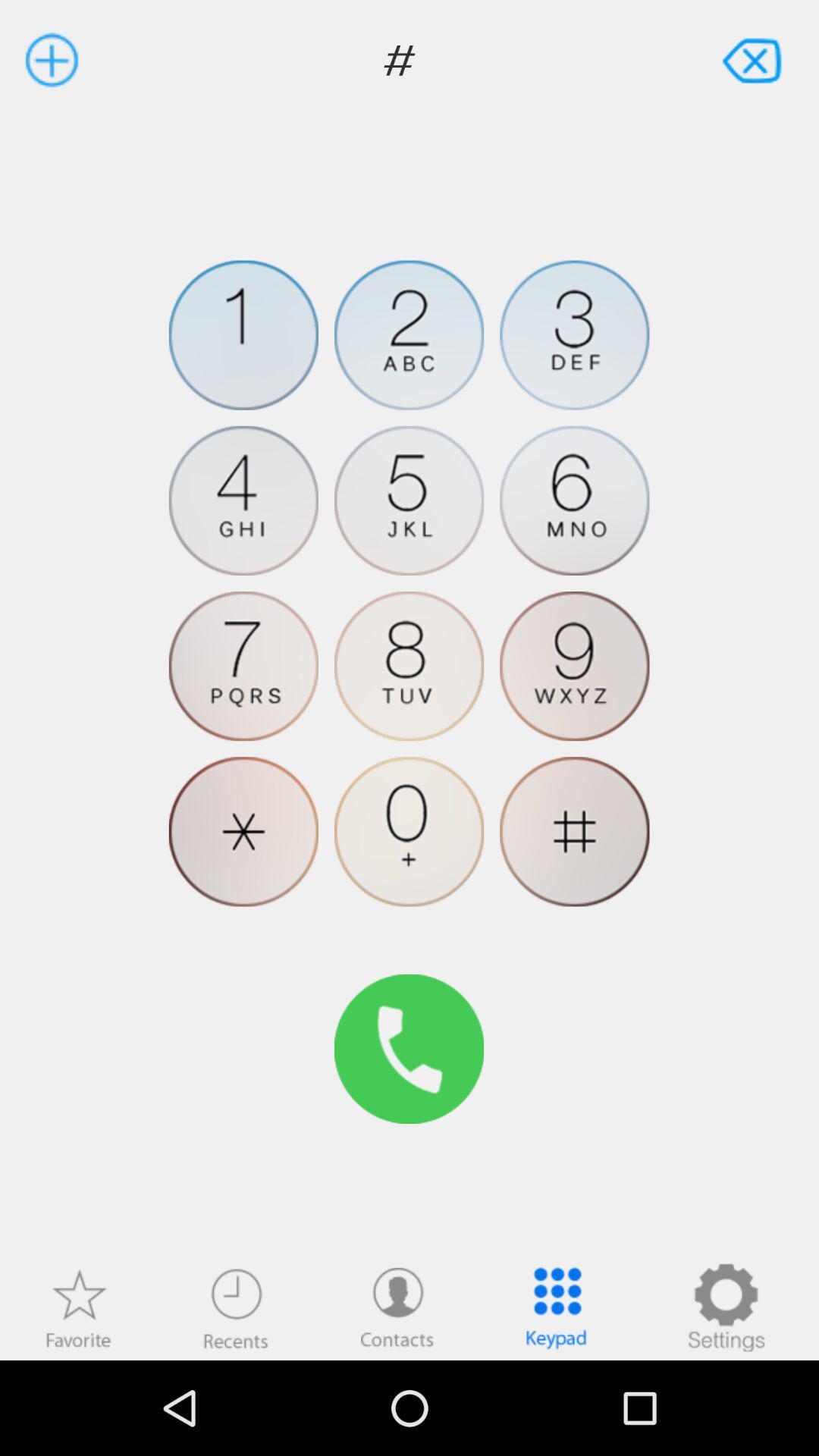 The width and height of the screenshot is (819, 1456). I want to click on settings option, so click(725, 1307).